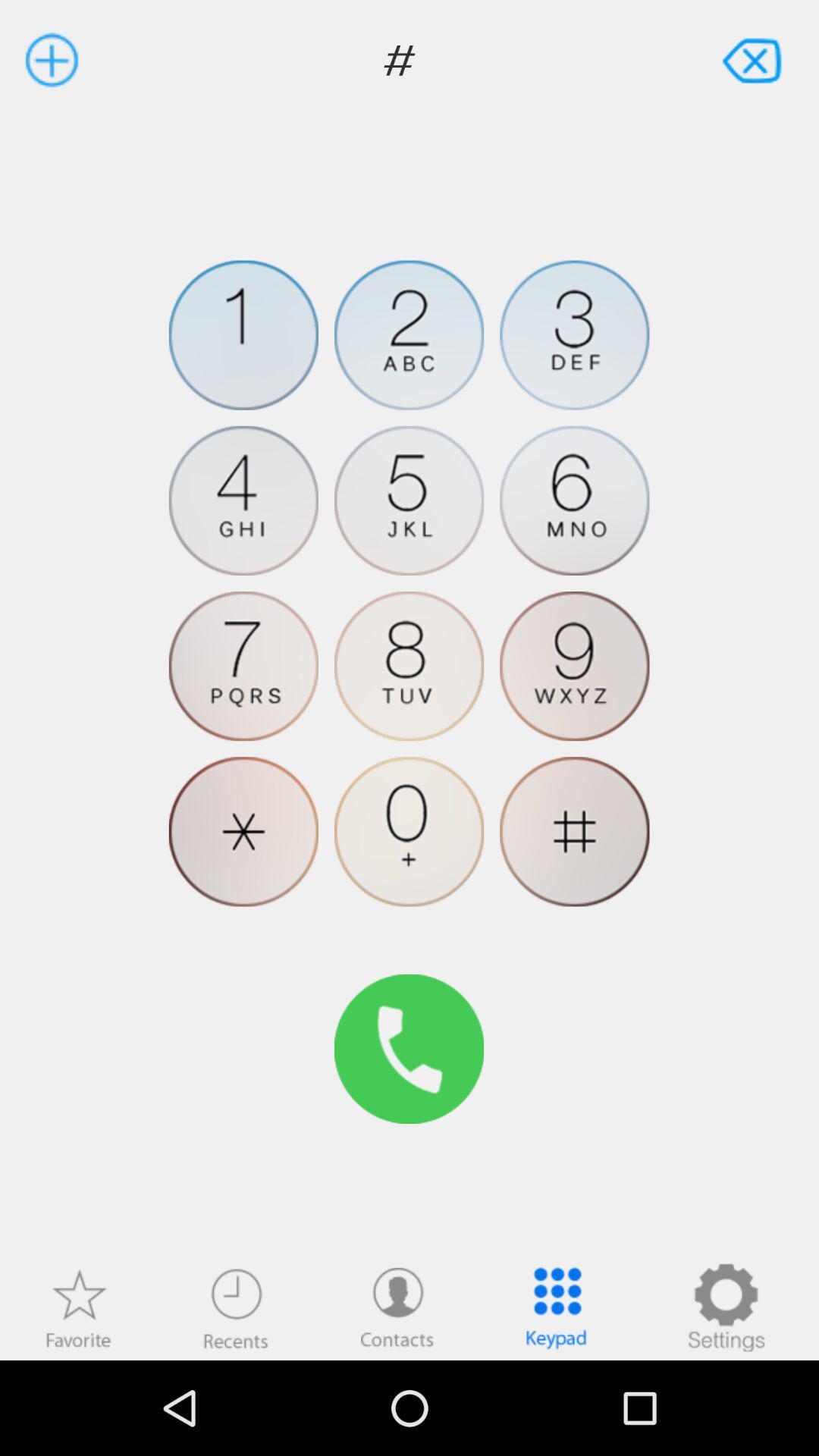 The width and height of the screenshot is (819, 1456). I want to click on settings option, so click(725, 1307).